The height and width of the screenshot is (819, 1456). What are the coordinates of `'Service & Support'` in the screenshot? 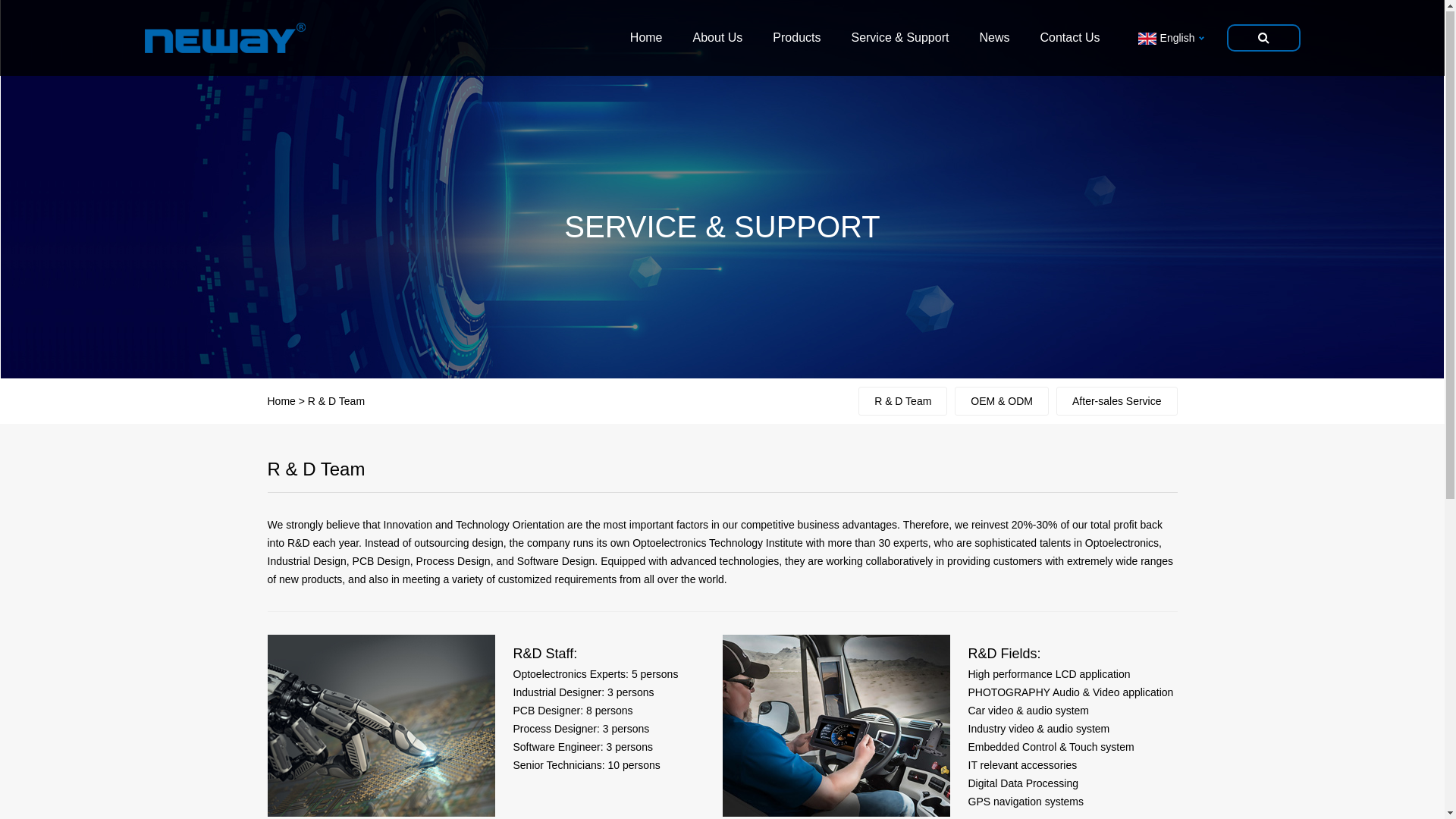 It's located at (899, 37).